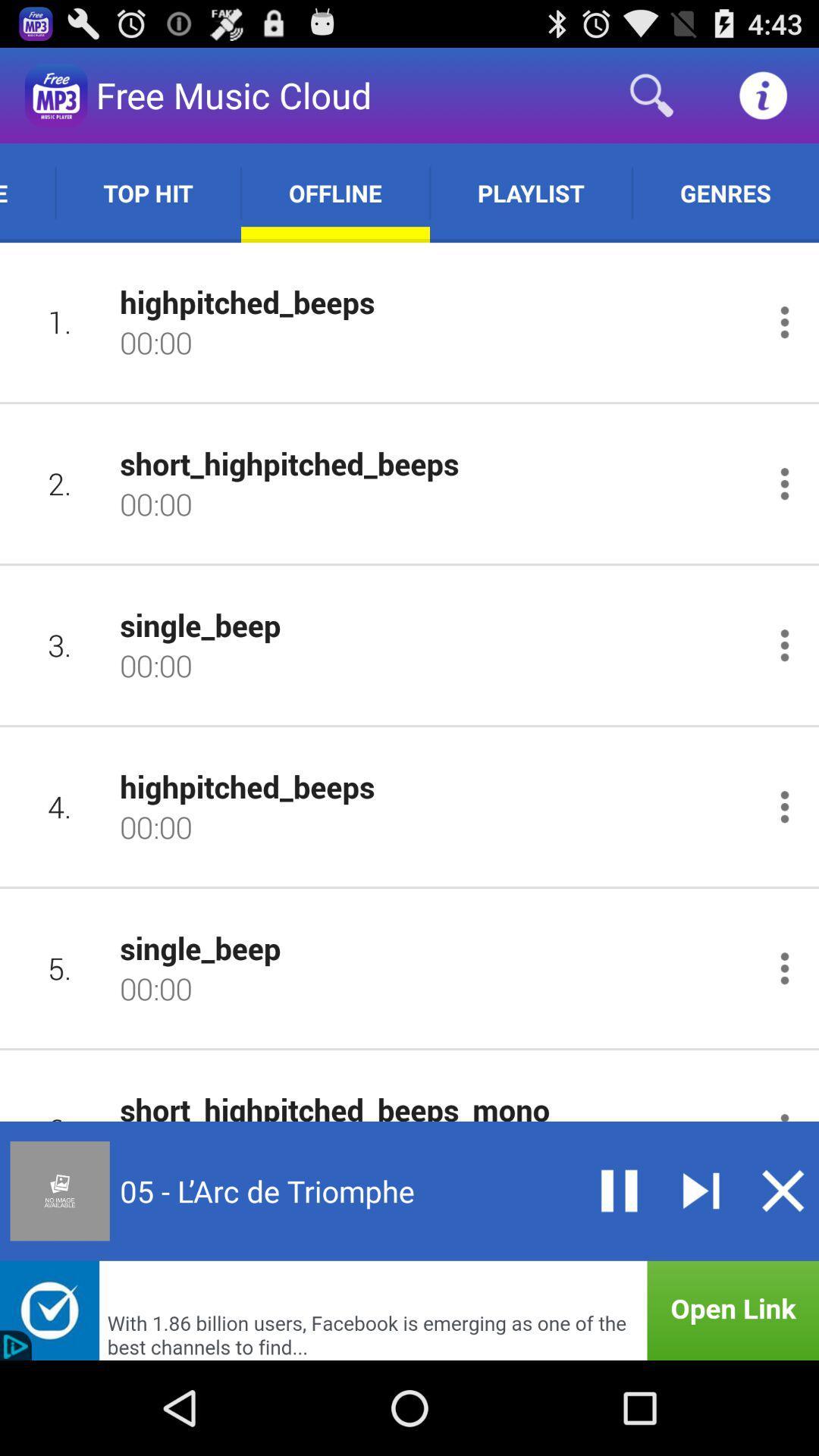 The height and width of the screenshot is (1456, 819). What do you see at coordinates (784, 483) in the screenshot?
I see `configure sound options` at bounding box center [784, 483].